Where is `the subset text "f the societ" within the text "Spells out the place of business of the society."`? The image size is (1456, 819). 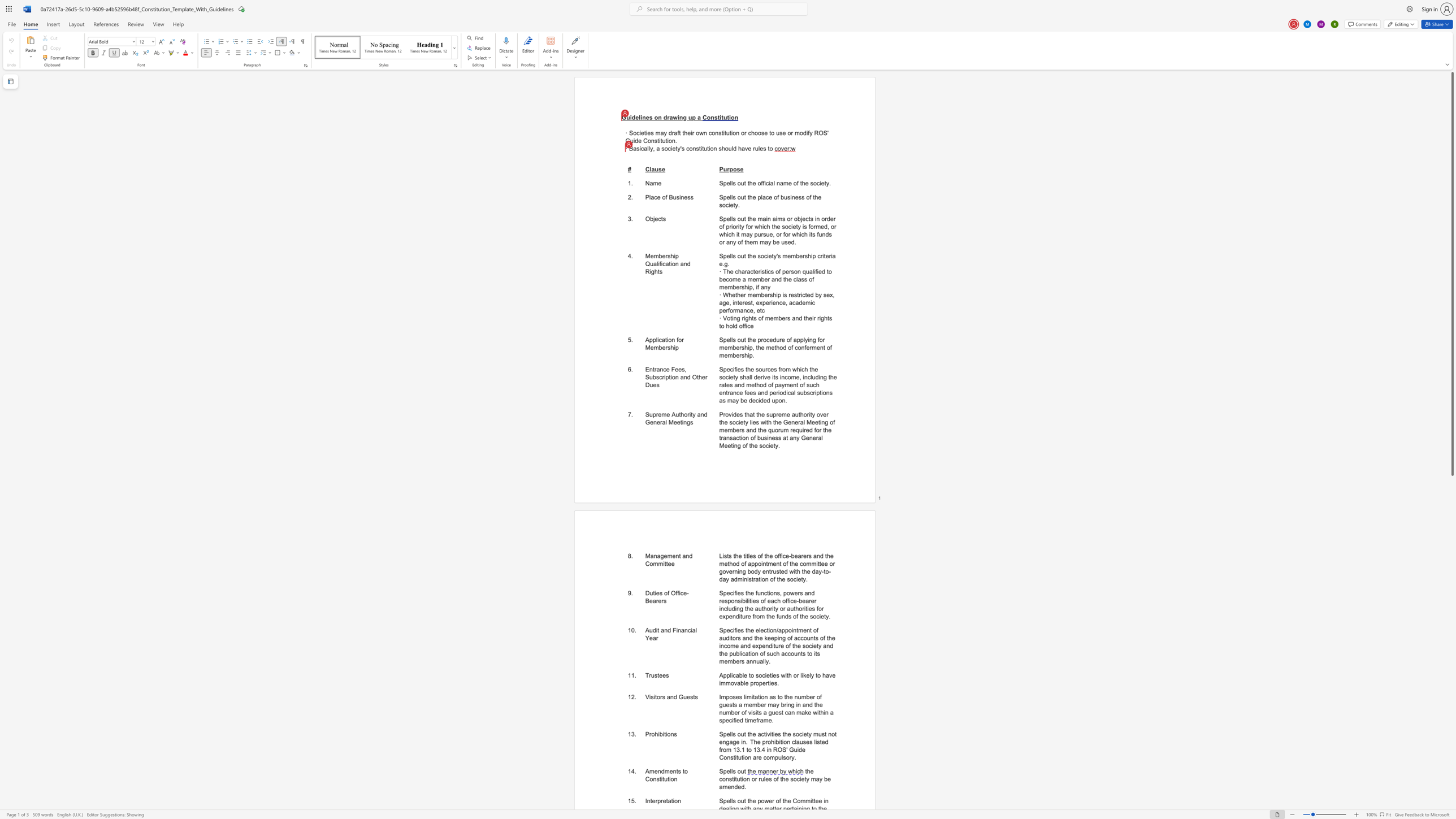 the subset text "f the societ" within the text "Spells out the place of business of the society." is located at coordinates (809, 197).